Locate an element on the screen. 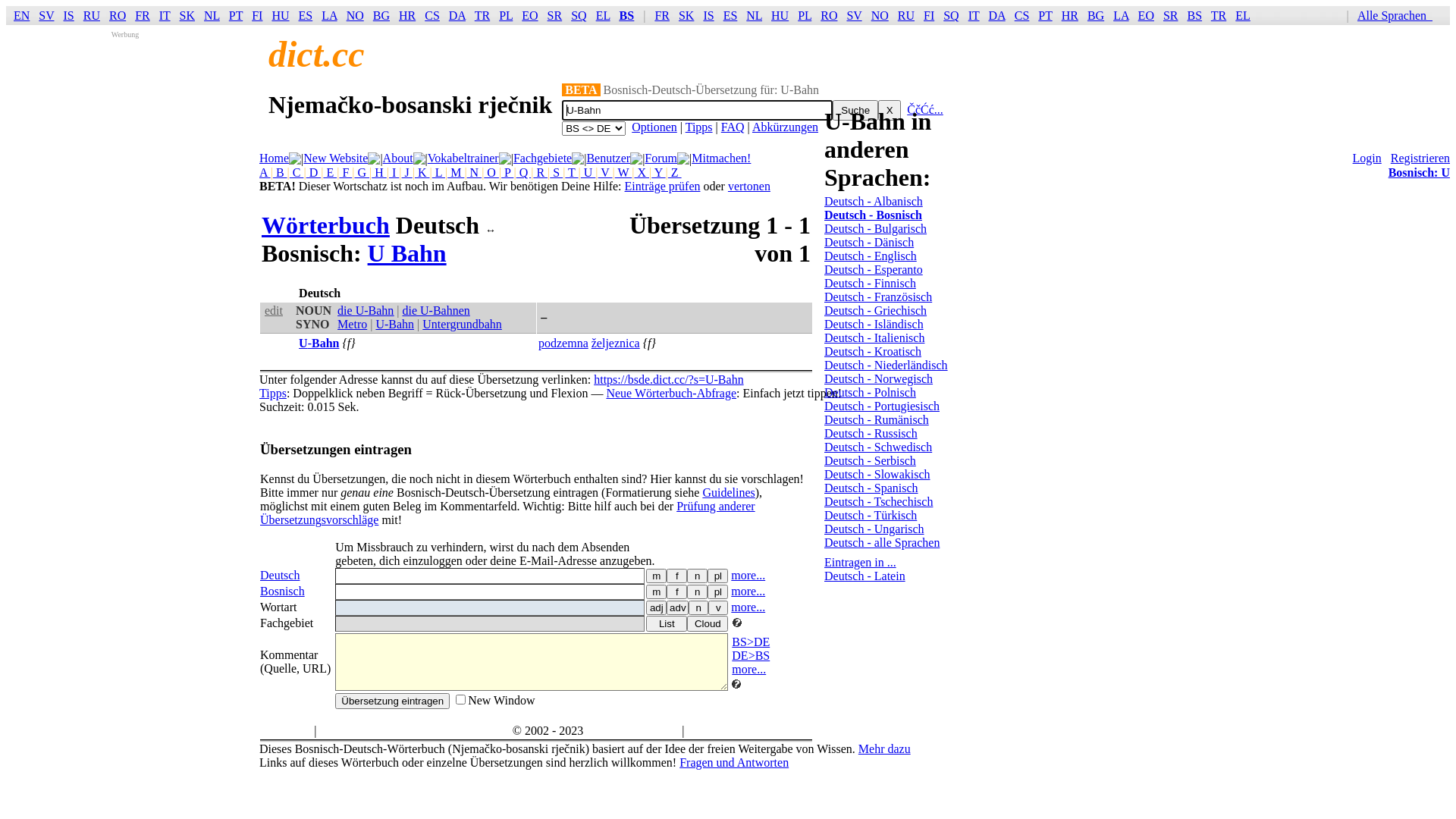 This screenshot has height=819, width=1456. 'https://bsde.dict.cc/?s=U-Bahn' is located at coordinates (667, 378).